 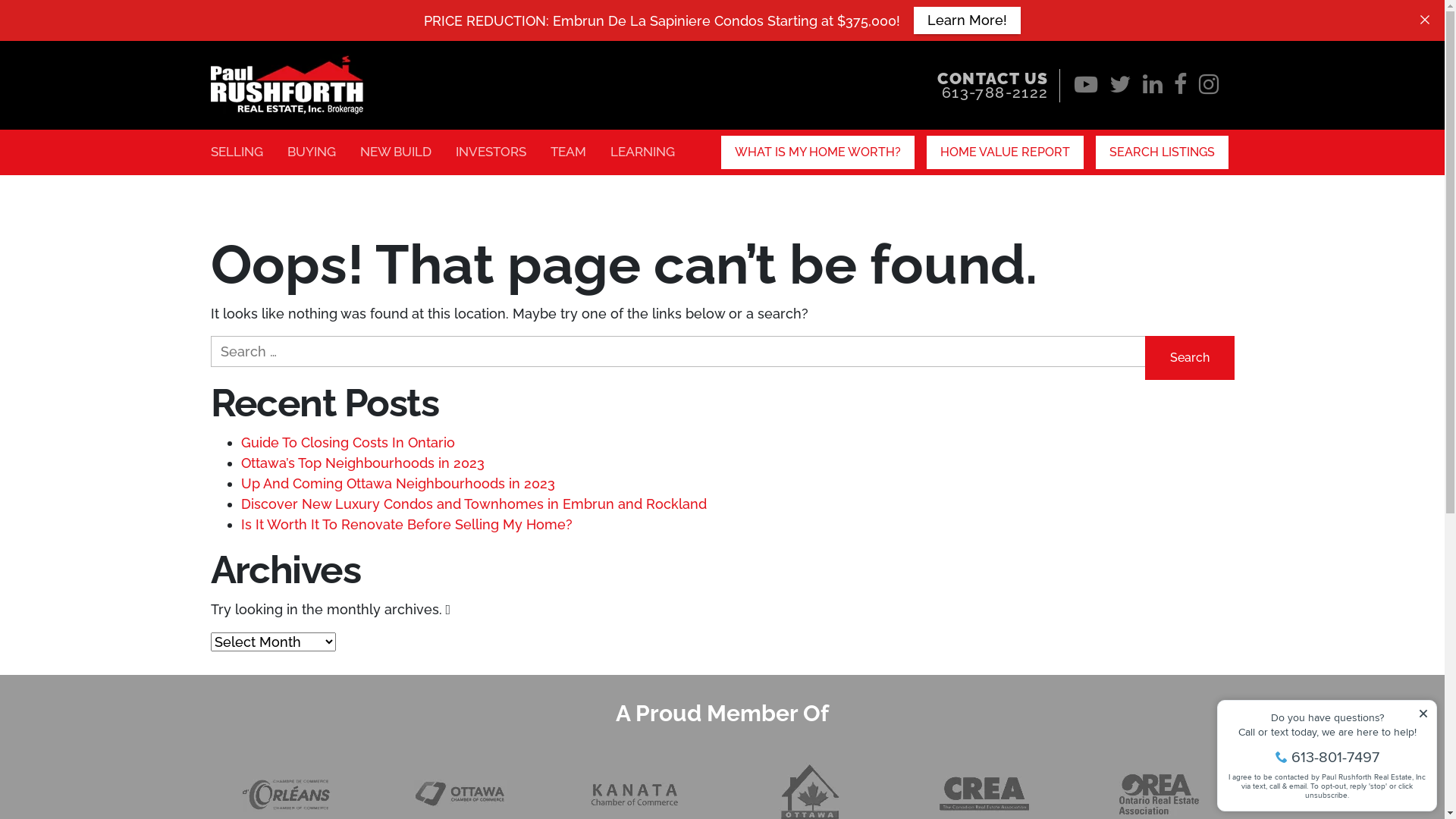 I want to click on 'SELLING', so click(x=236, y=152).